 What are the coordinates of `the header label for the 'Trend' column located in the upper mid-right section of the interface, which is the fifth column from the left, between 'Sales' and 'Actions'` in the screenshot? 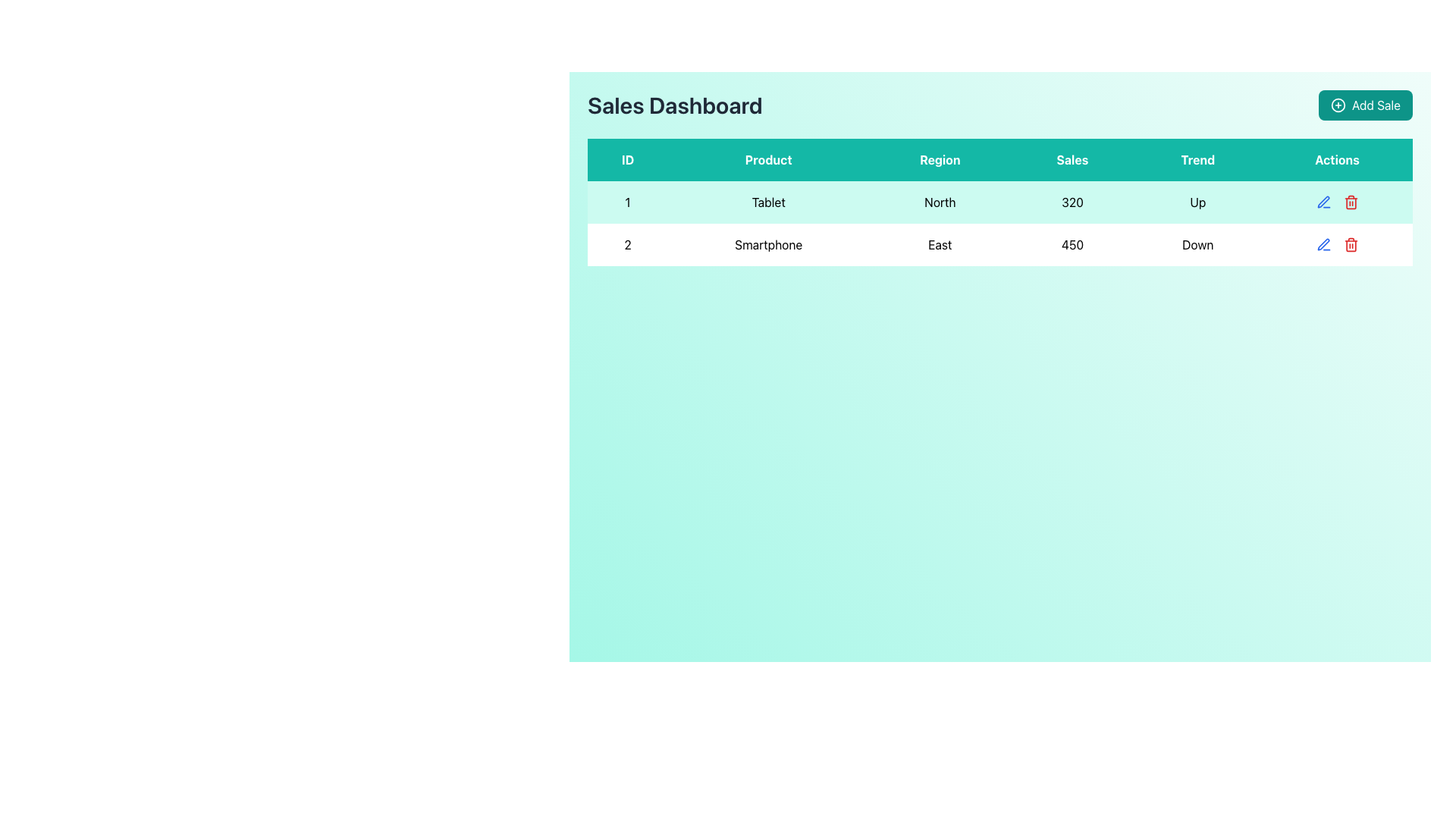 It's located at (1197, 160).